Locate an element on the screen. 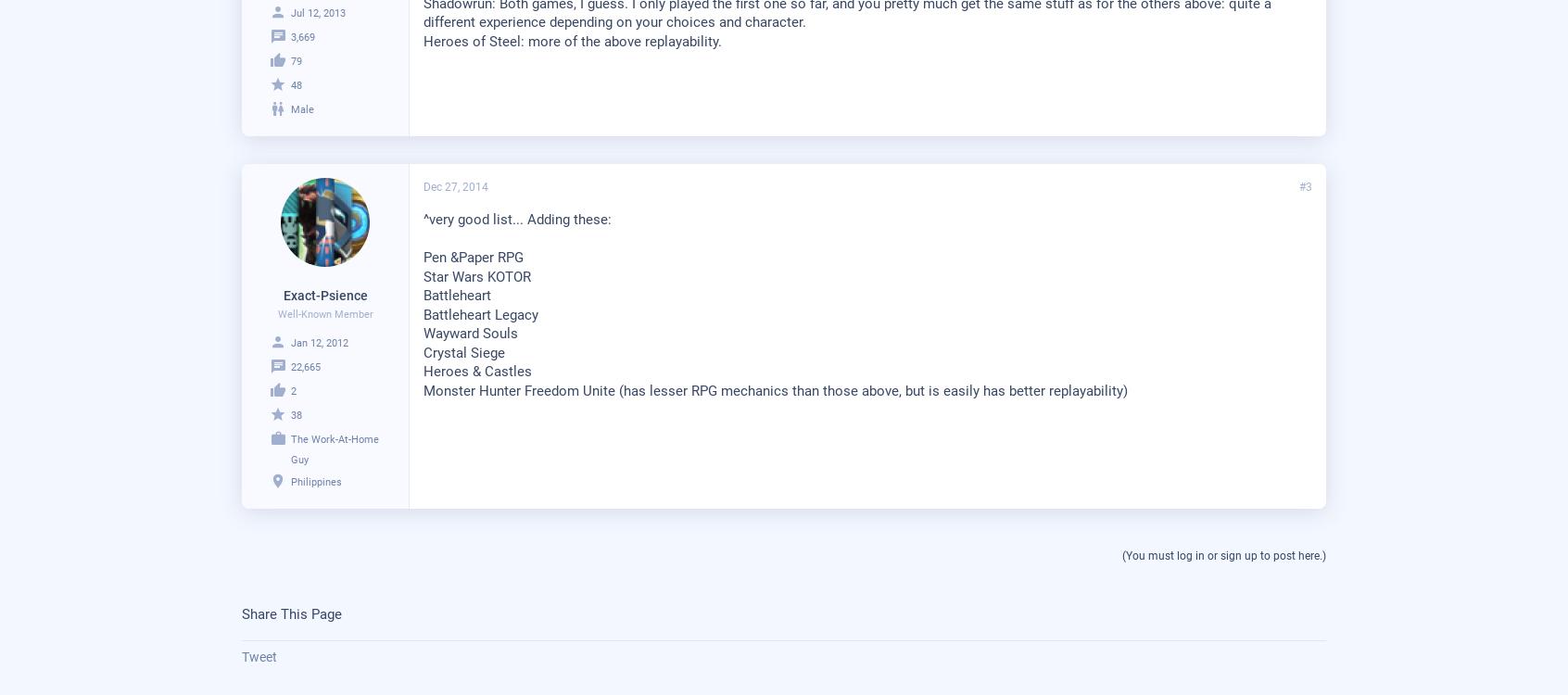 This screenshot has width=1568, height=695. '^very good list... Adding these:' is located at coordinates (423, 218).